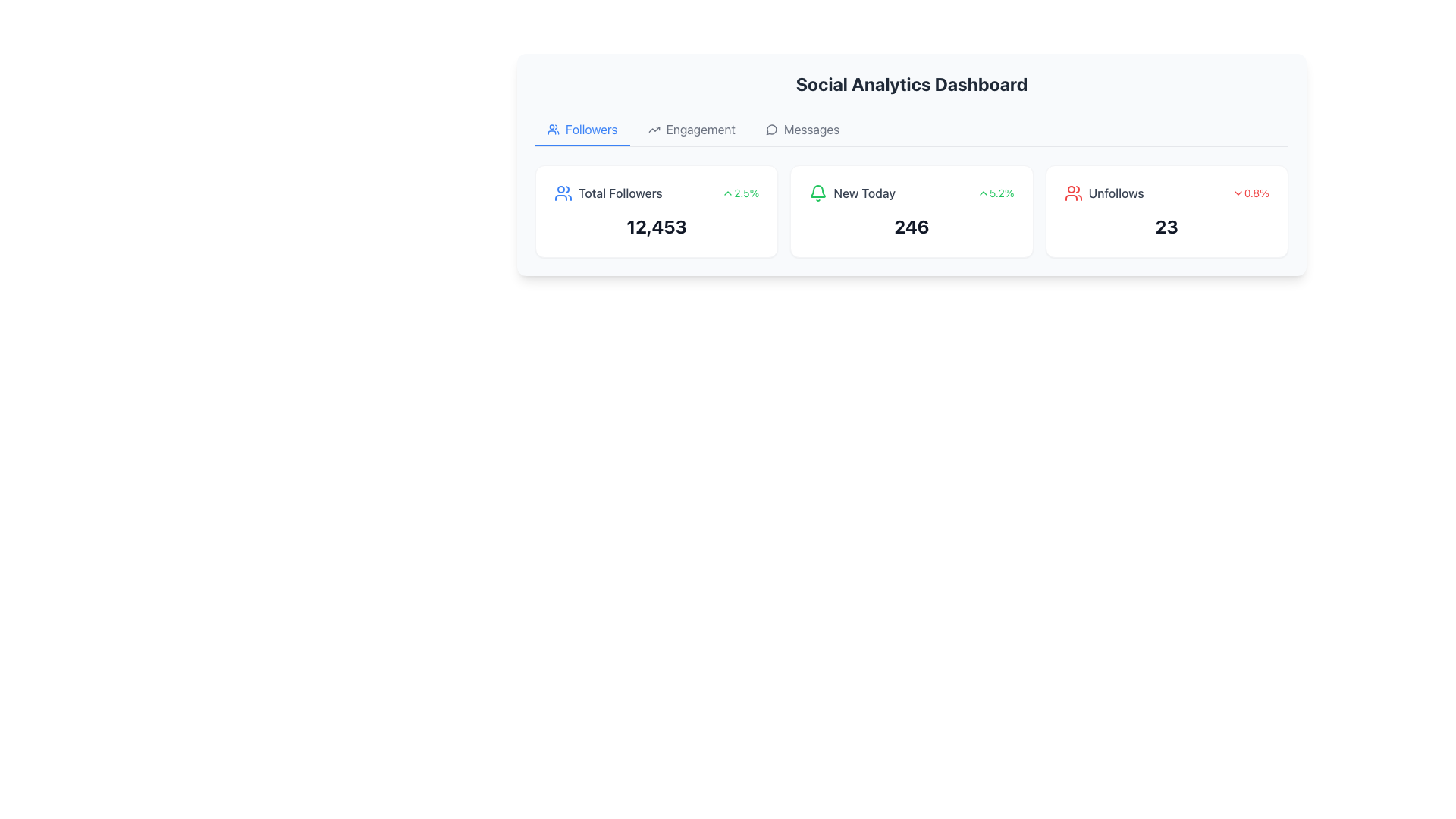 This screenshot has width=1456, height=819. Describe the element at coordinates (1238, 192) in the screenshot. I see `the downward-pointing chevron icon located to the left of the text '0.8%' in the bottom right box of the dashboard` at that location.